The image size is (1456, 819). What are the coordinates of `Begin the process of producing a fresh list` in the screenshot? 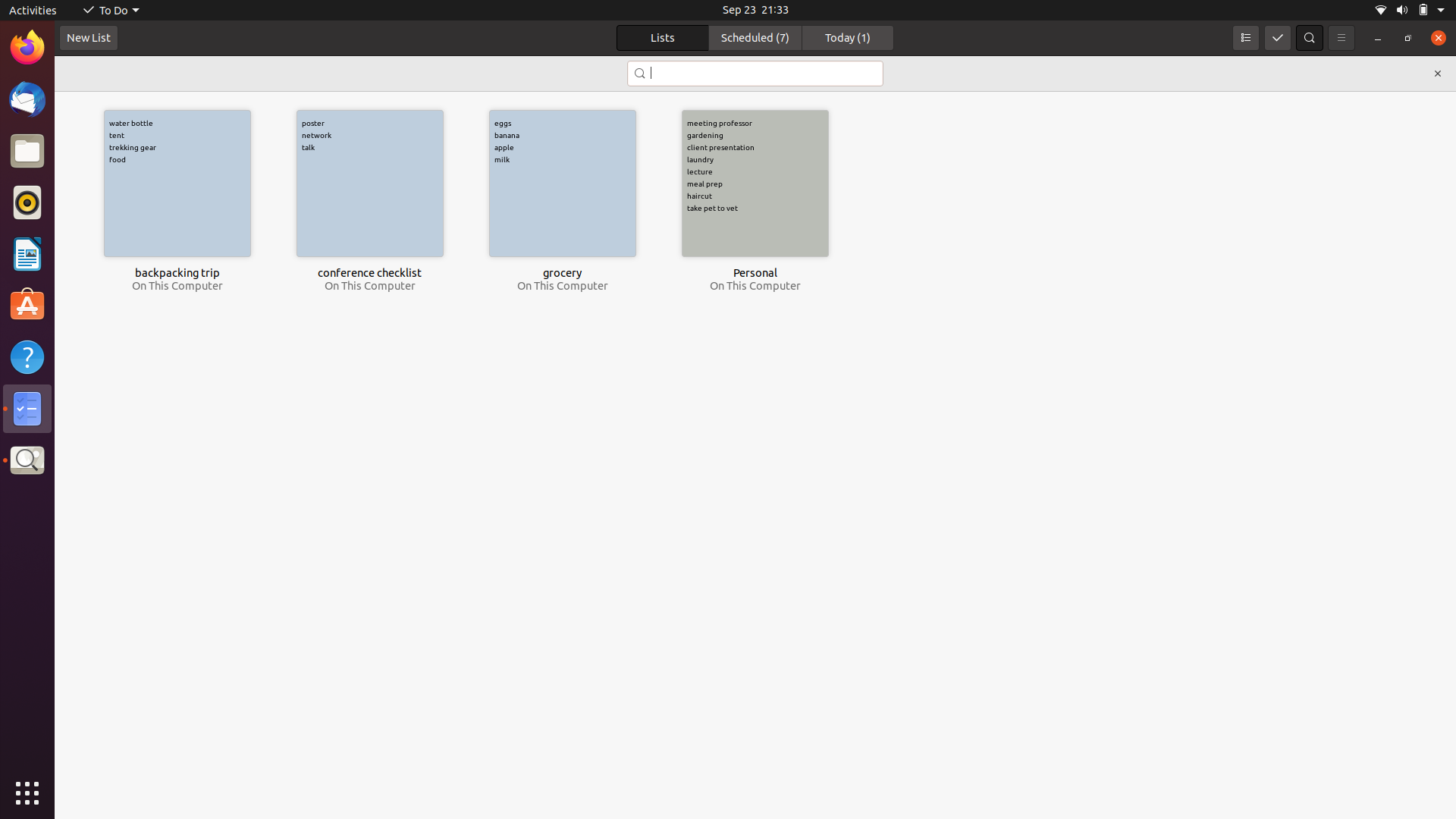 It's located at (87, 38).